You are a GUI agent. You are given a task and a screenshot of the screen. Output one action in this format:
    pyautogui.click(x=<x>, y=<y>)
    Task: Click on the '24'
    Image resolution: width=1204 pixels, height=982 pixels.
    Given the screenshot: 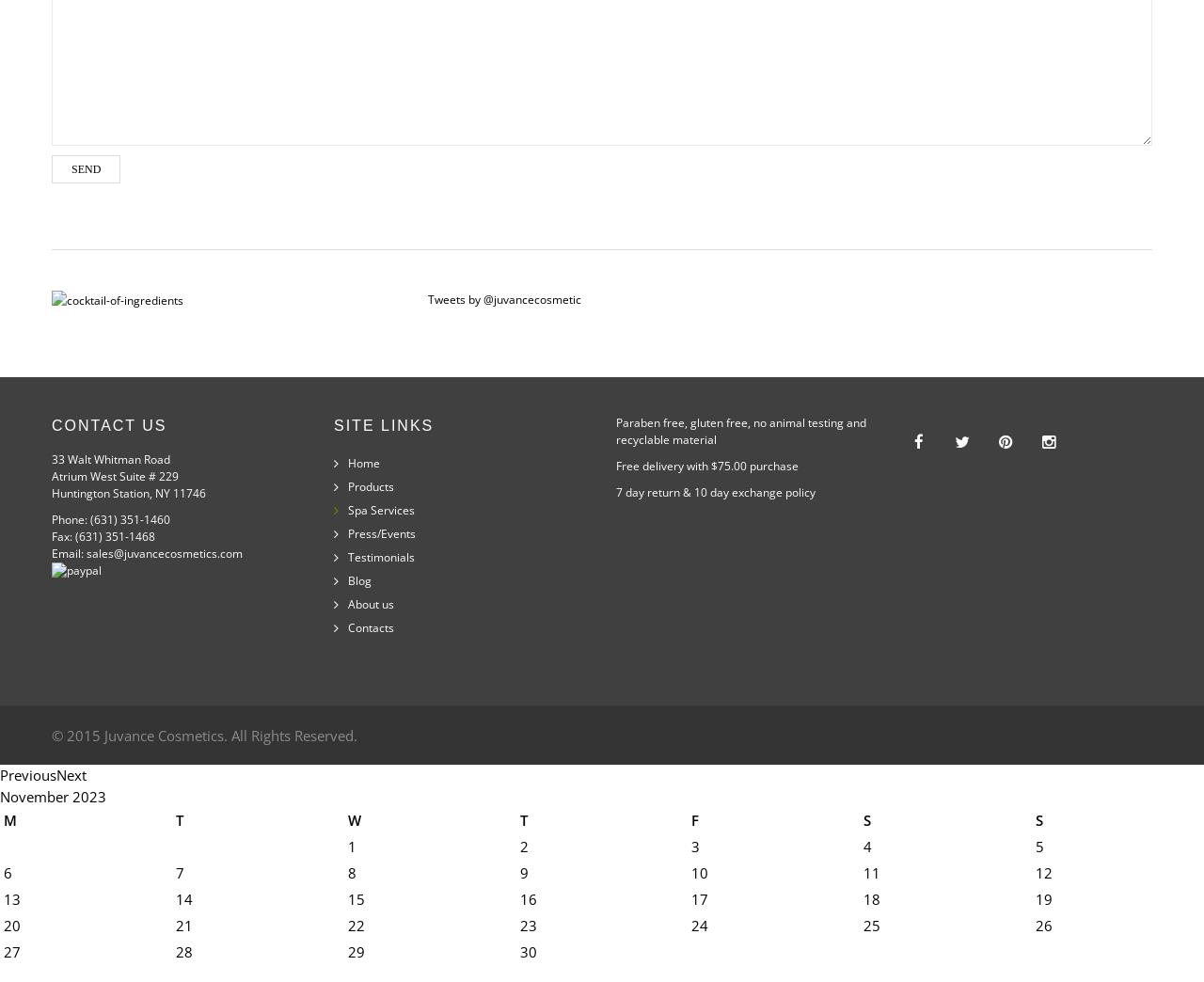 What is the action you would take?
    pyautogui.click(x=699, y=925)
    